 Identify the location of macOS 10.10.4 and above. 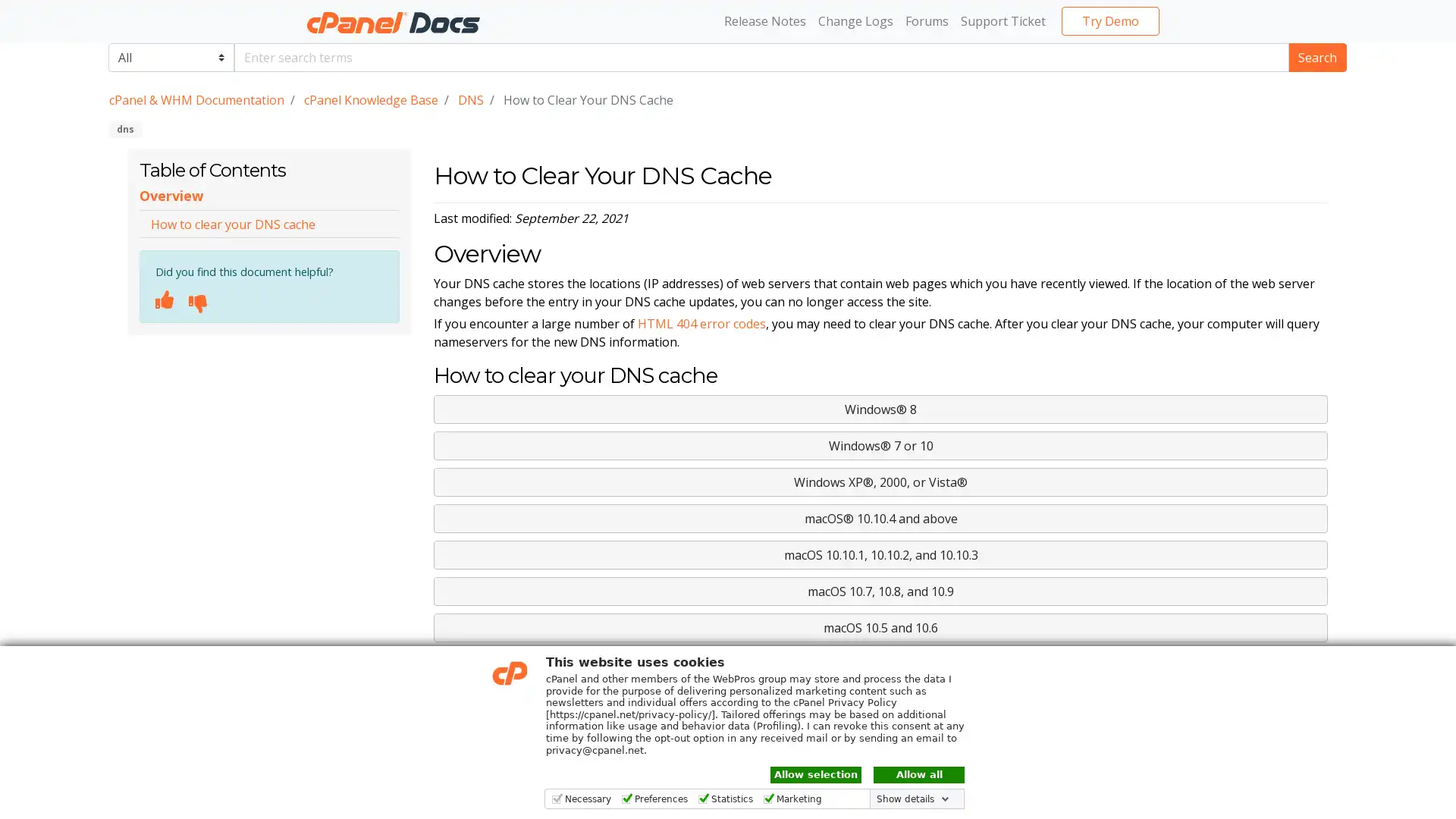
(880, 517).